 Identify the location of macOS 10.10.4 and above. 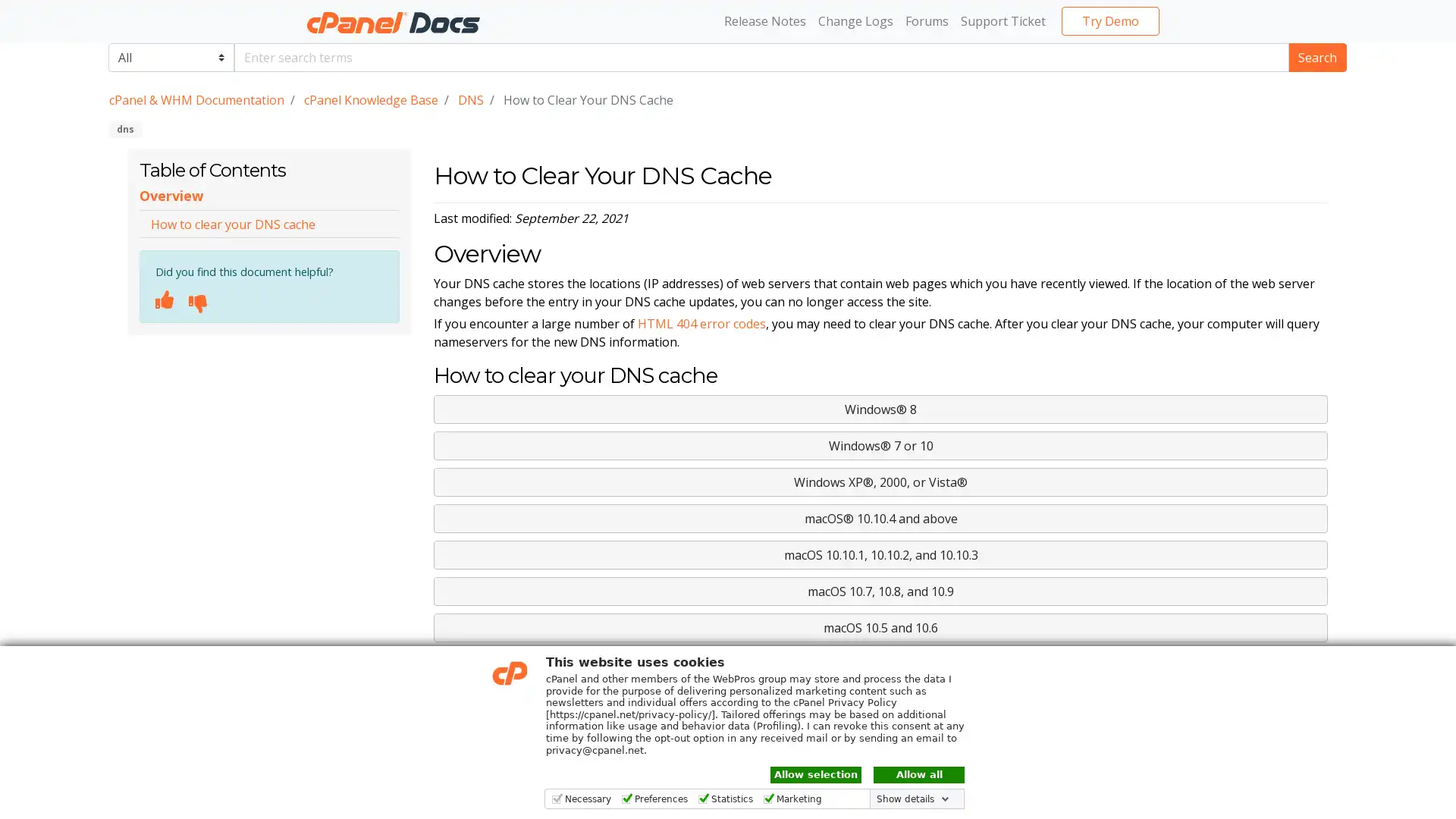
(880, 517).